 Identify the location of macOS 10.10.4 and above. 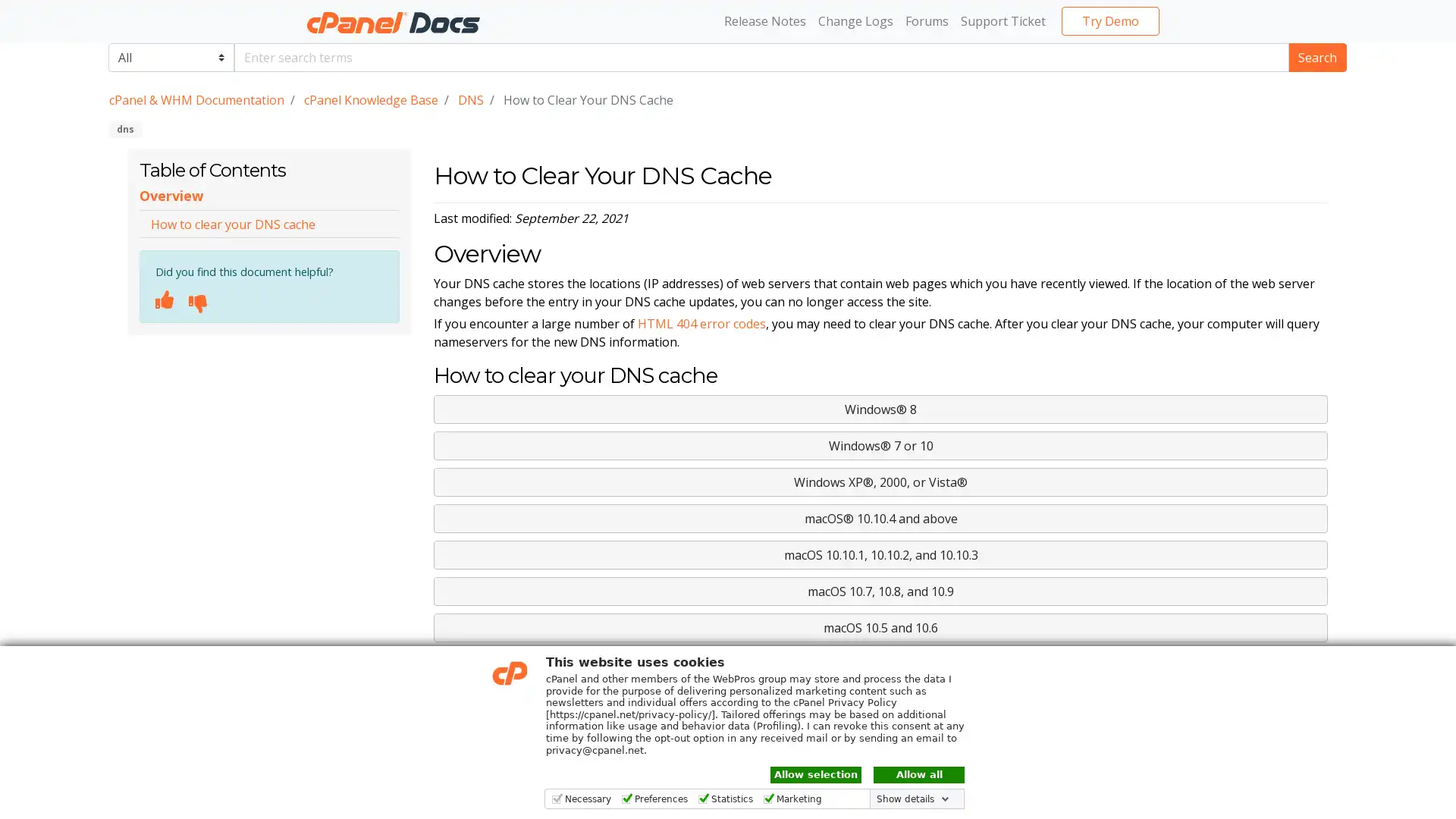
(880, 517).